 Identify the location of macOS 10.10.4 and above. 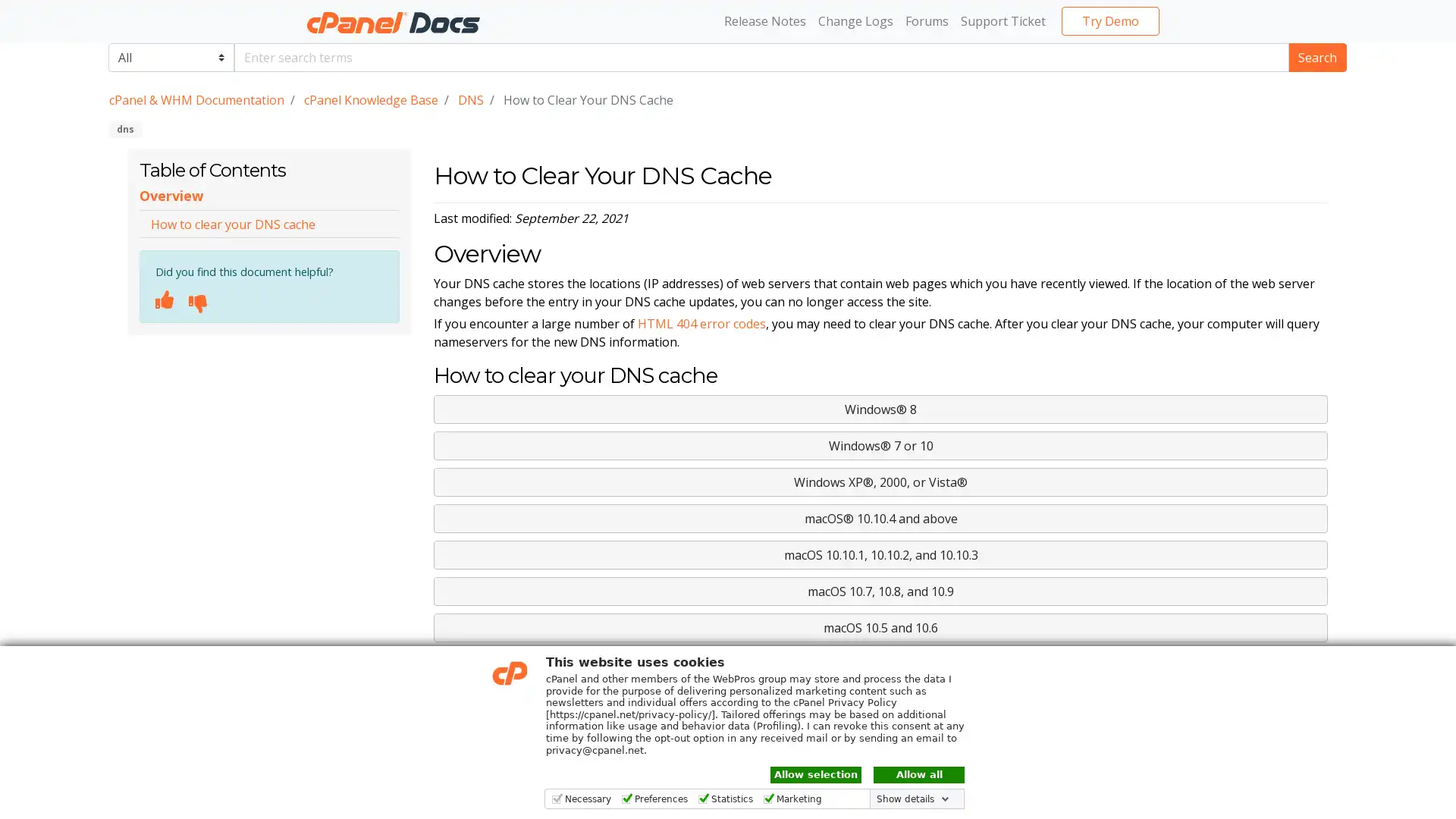
(880, 517).